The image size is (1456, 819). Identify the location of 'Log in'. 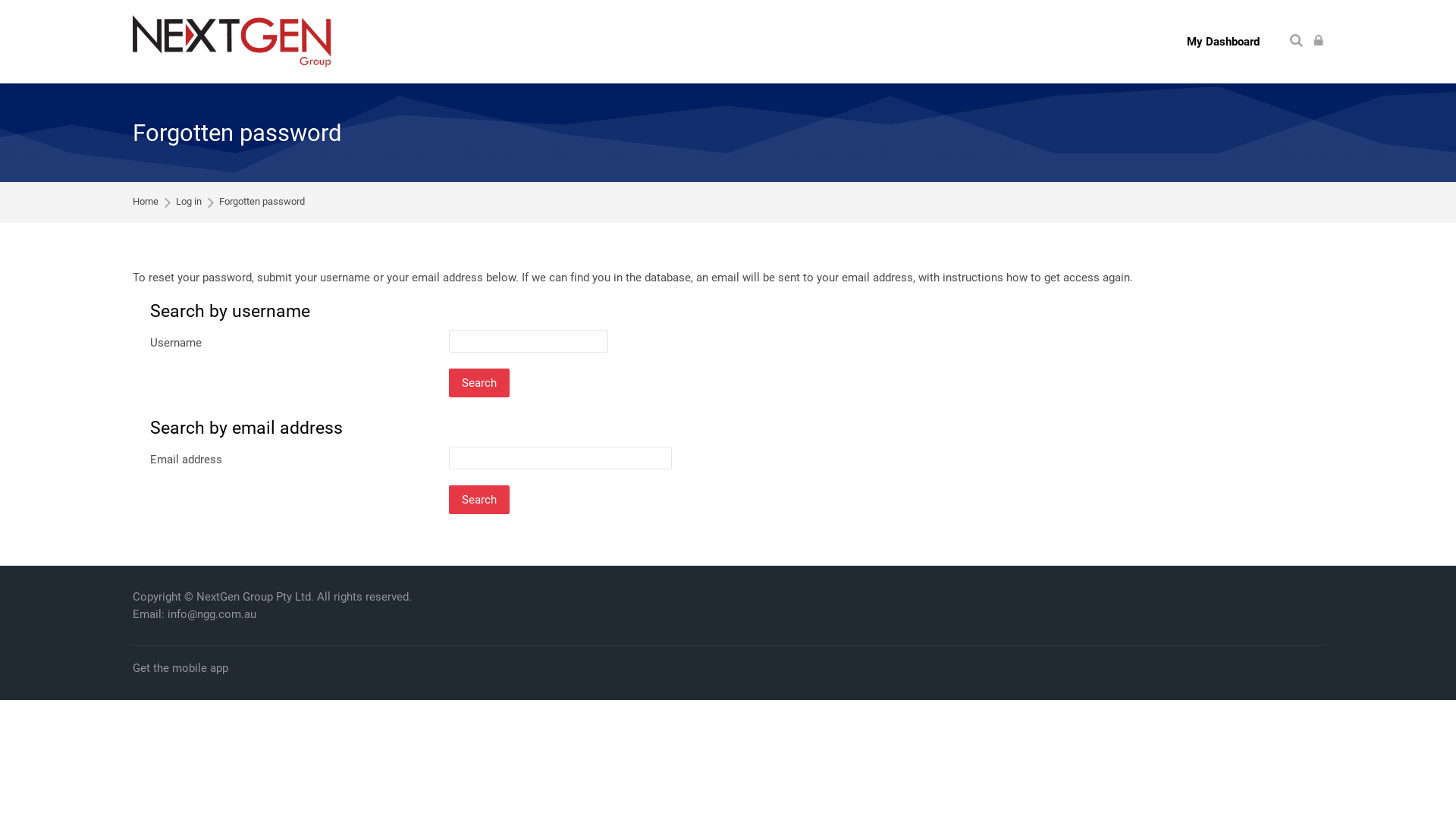
(188, 201).